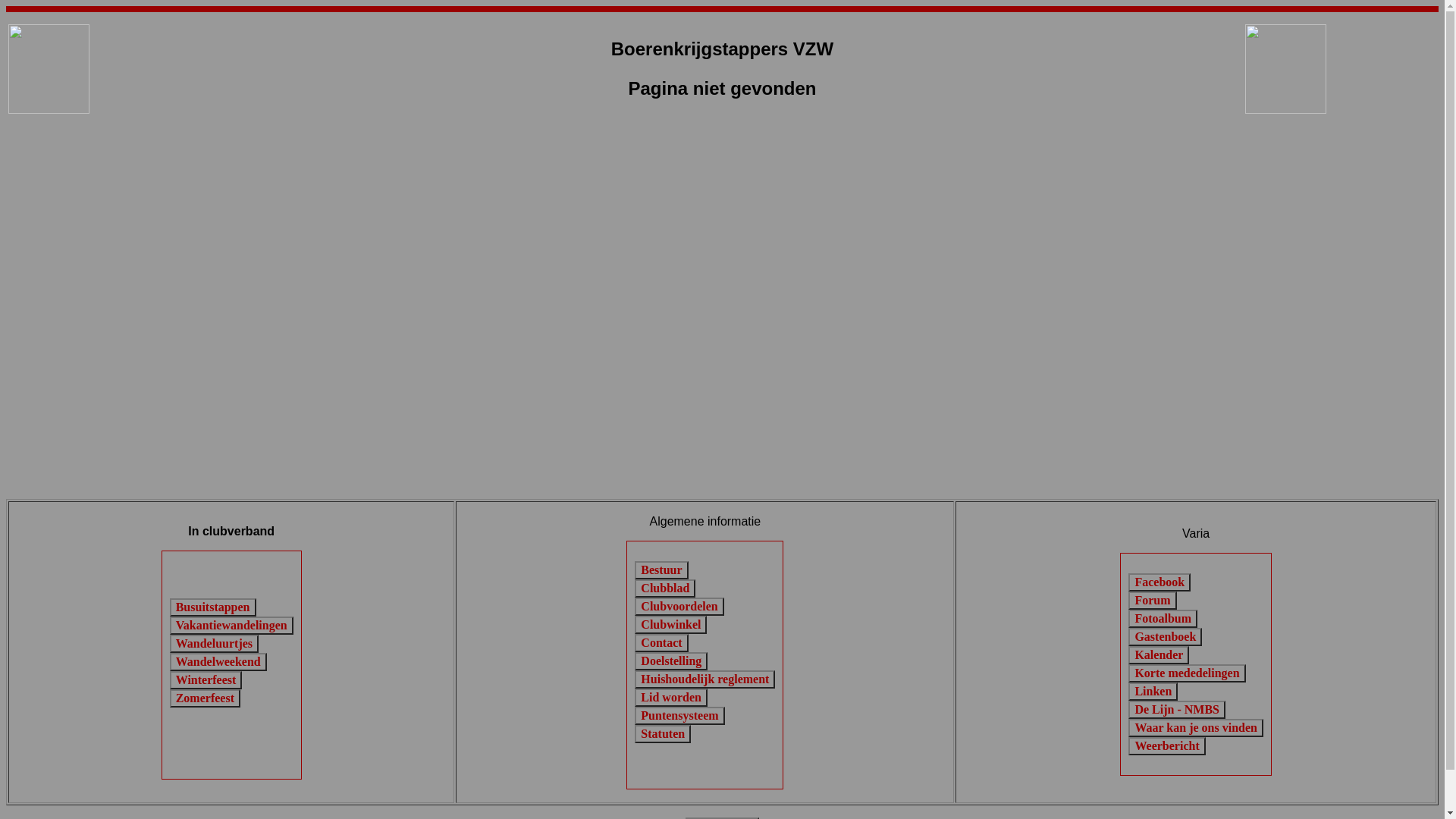 The height and width of the screenshot is (819, 1456). Describe the element at coordinates (1162, 619) in the screenshot. I see `'Fotoalbum'` at that location.